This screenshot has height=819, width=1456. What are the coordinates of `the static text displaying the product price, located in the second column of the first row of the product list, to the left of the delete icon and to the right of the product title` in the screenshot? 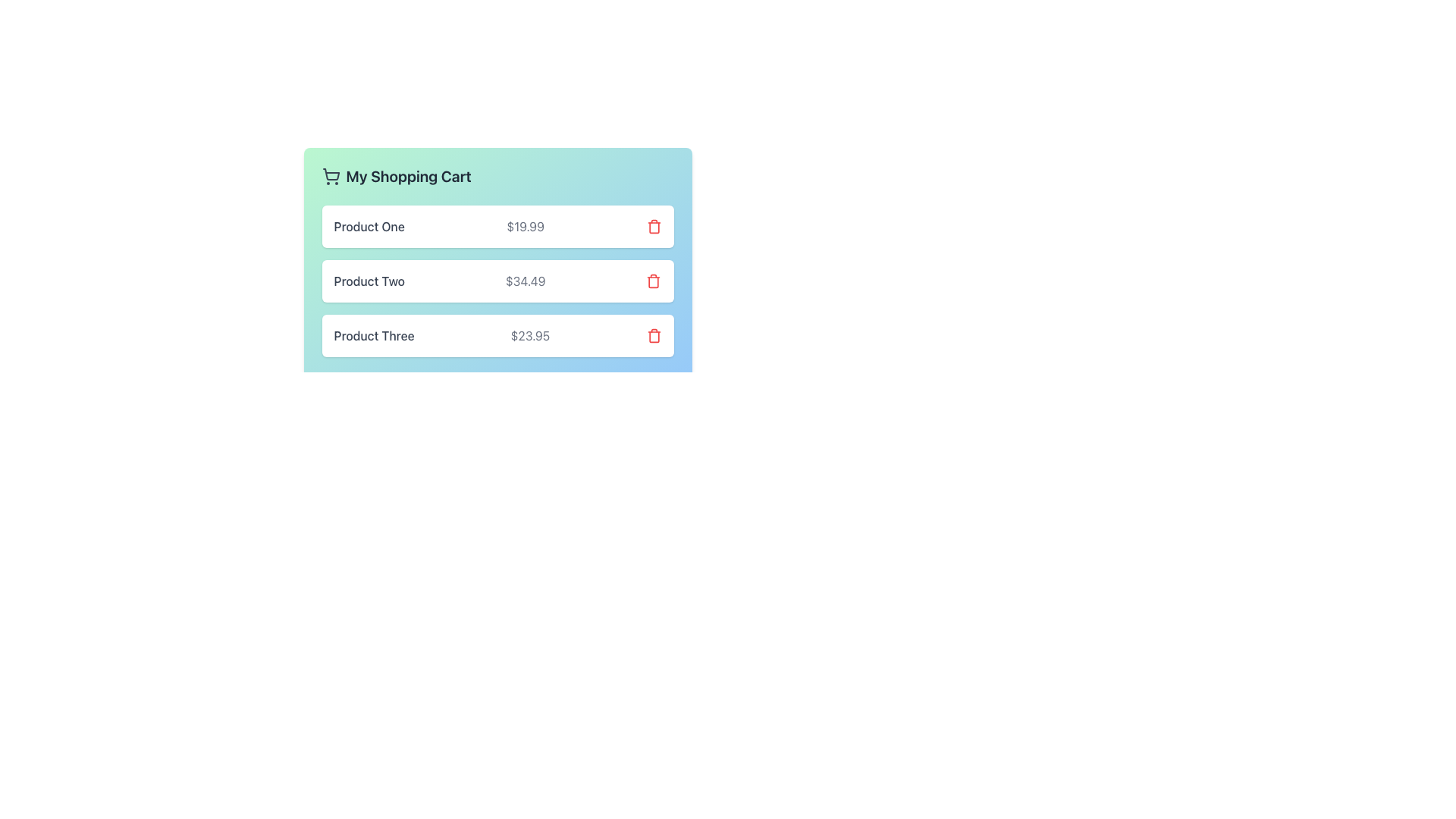 It's located at (526, 227).